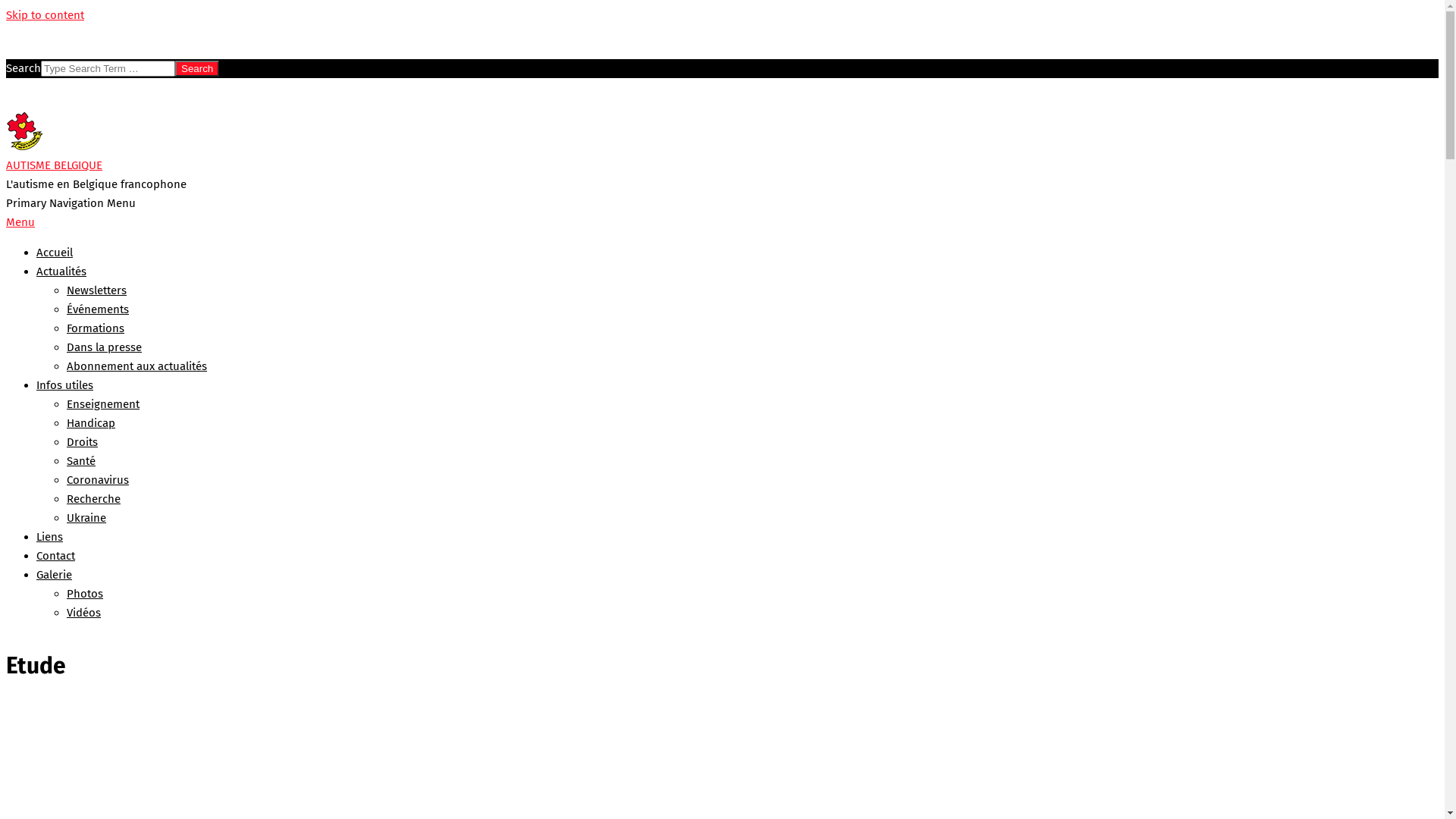 This screenshot has height=819, width=1456. What do you see at coordinates (45, 14) in the screenshot?
I see `'Skip to content'` at bounding box center [45, 14].